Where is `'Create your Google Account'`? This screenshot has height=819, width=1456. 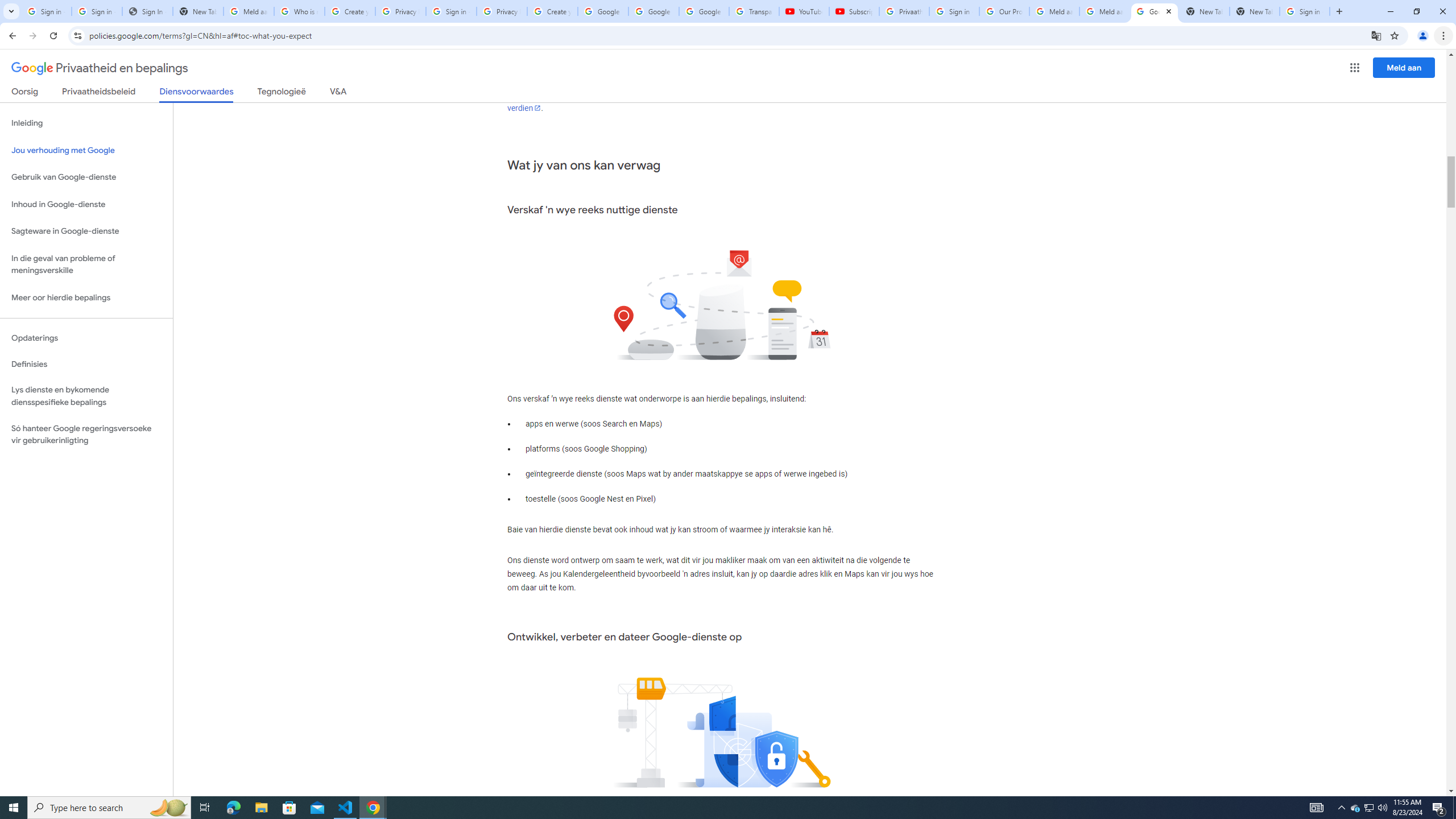 'Create your Google Account' is located at coordinates (552, 11).